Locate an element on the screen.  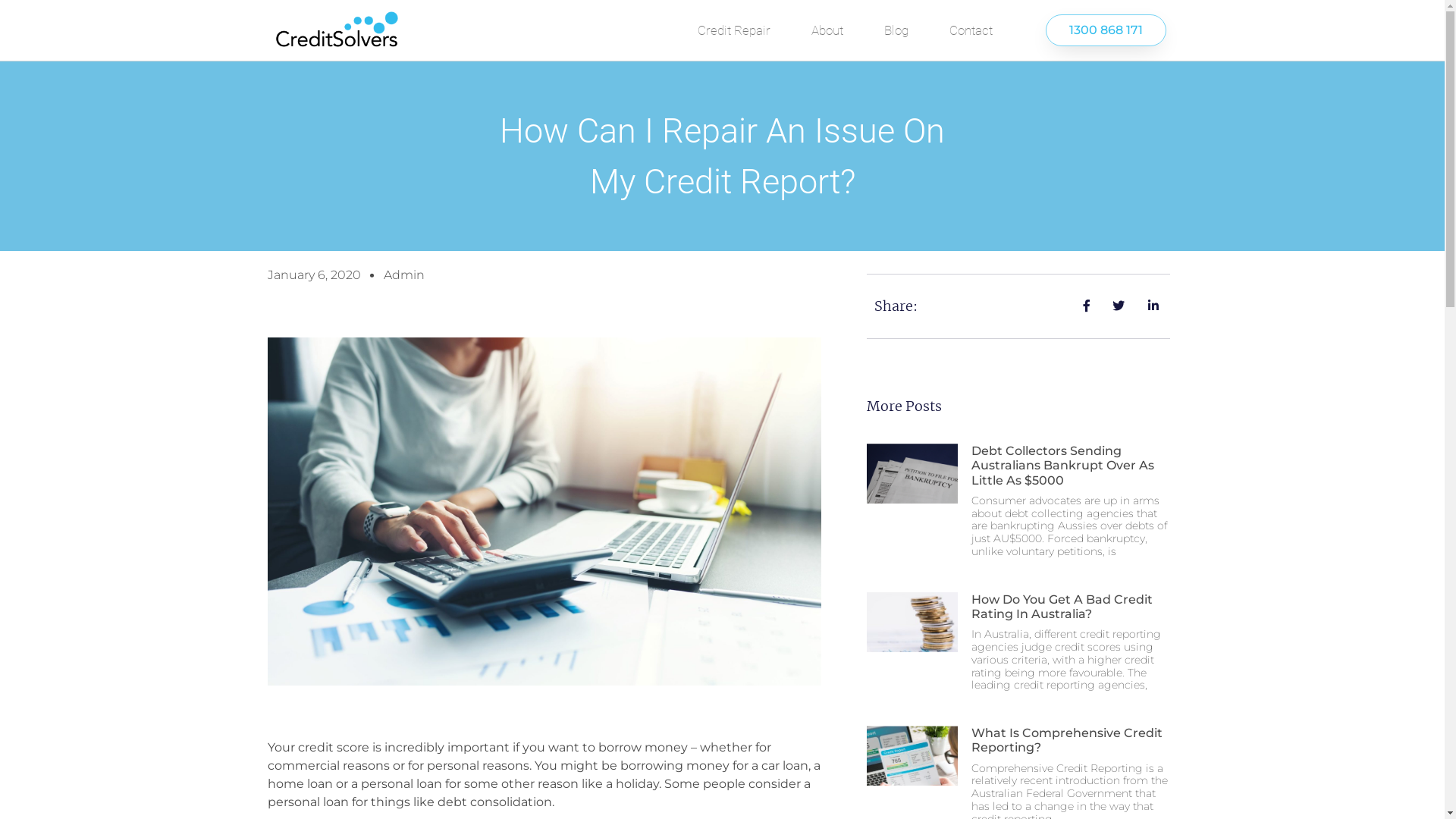
'How Do You Get A Bad Credit Rating In Australia?' is located at coordinates (1060, 605).